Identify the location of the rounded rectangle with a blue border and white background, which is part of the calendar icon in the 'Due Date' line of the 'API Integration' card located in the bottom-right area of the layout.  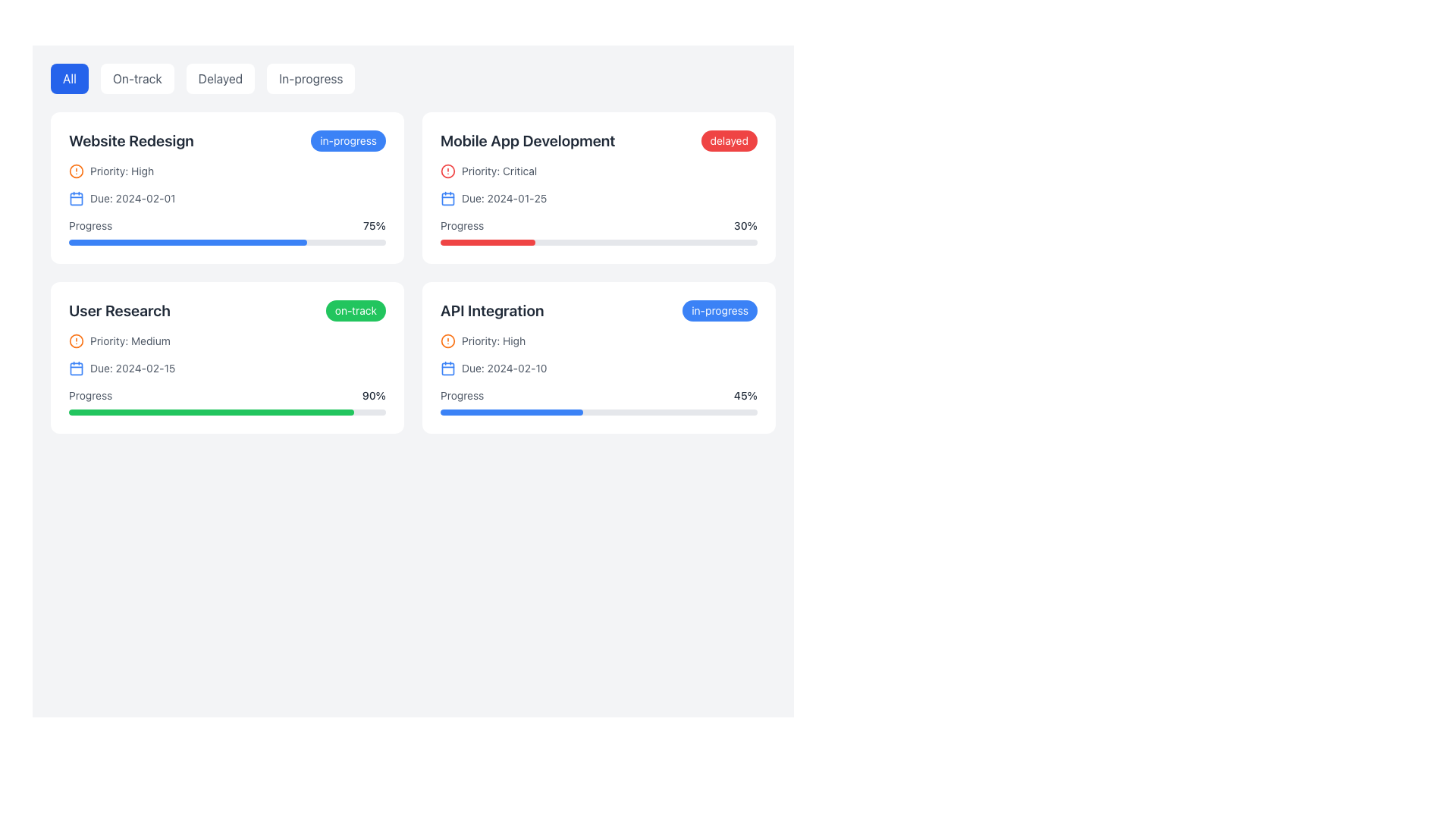
(447, 369).